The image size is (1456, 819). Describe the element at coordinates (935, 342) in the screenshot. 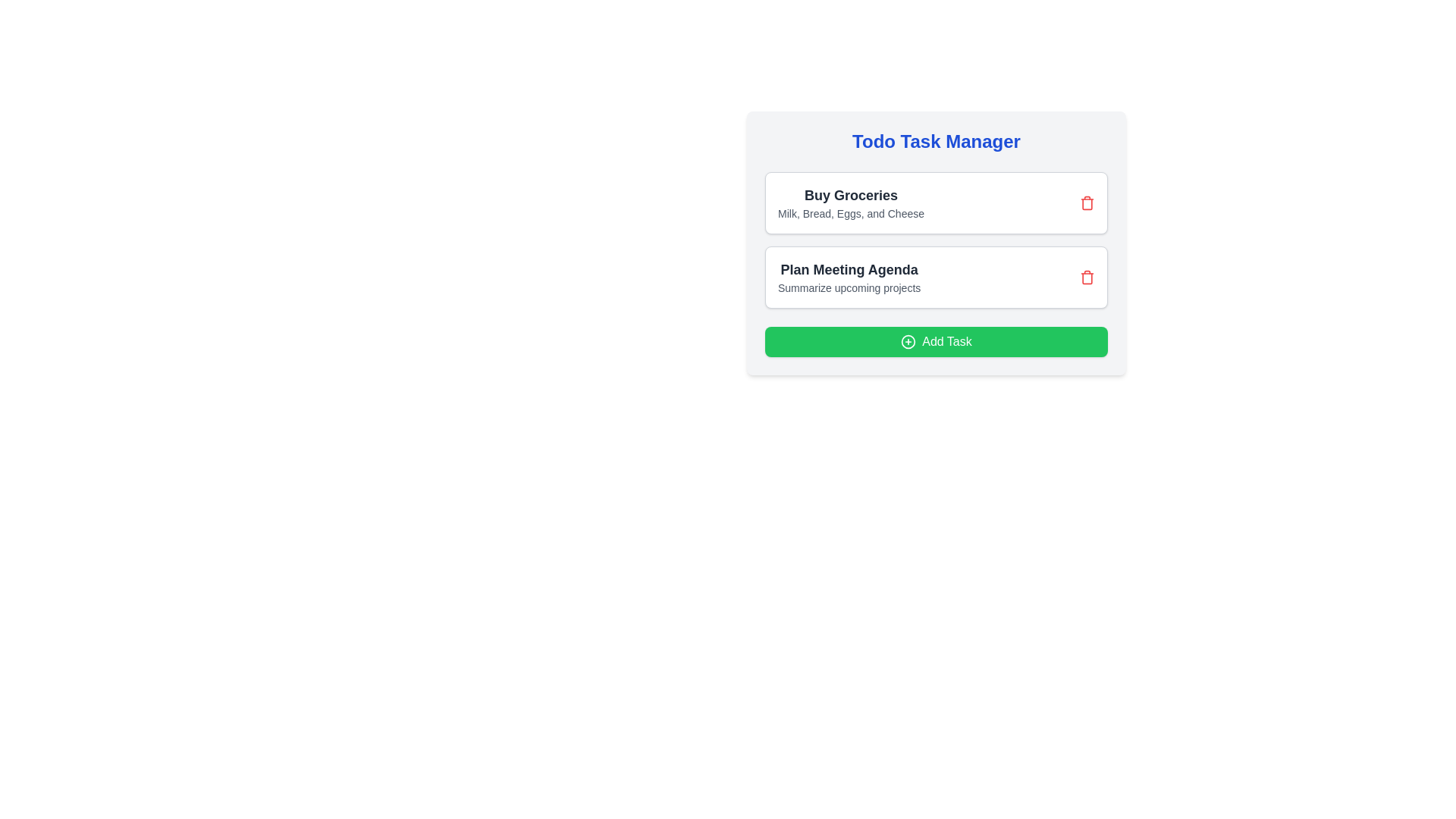

I see `'Add Task' button to add a new task` at that location.